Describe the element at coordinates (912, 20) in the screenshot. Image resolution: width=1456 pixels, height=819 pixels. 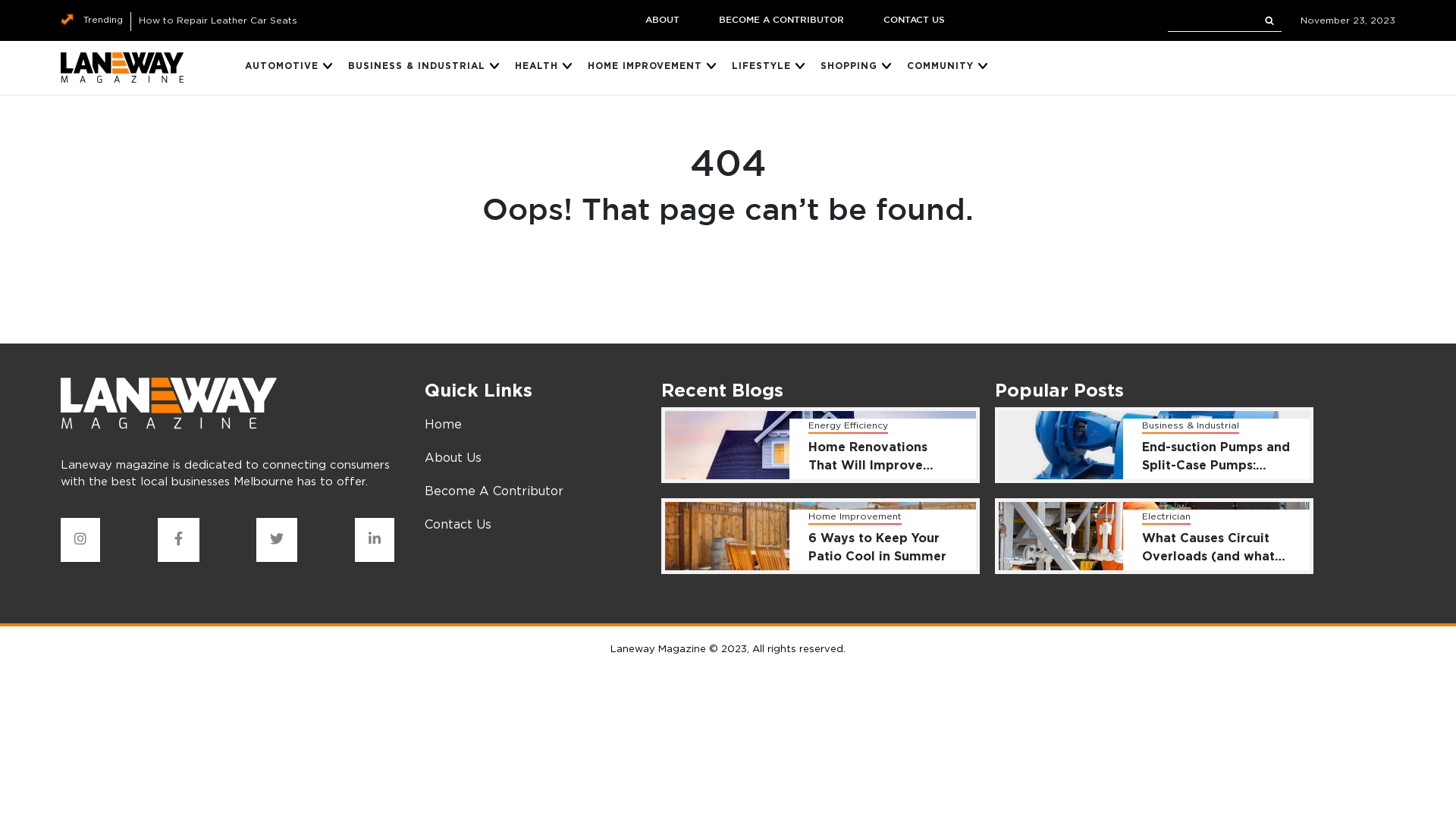
I see `'CONTACT US'` at that location.